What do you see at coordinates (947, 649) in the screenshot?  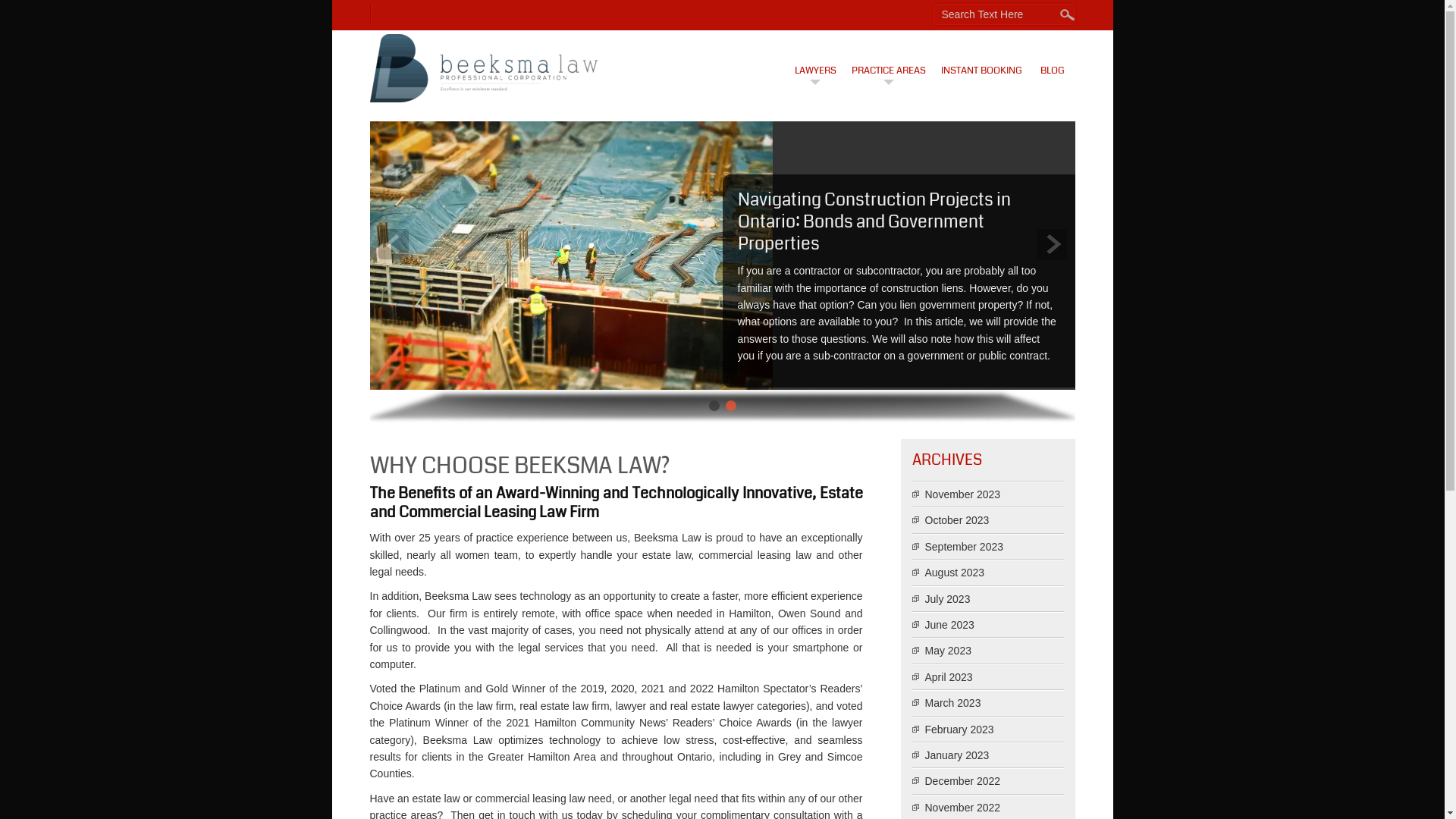 I see `'May 2023'` at bounding box center [947, 649].